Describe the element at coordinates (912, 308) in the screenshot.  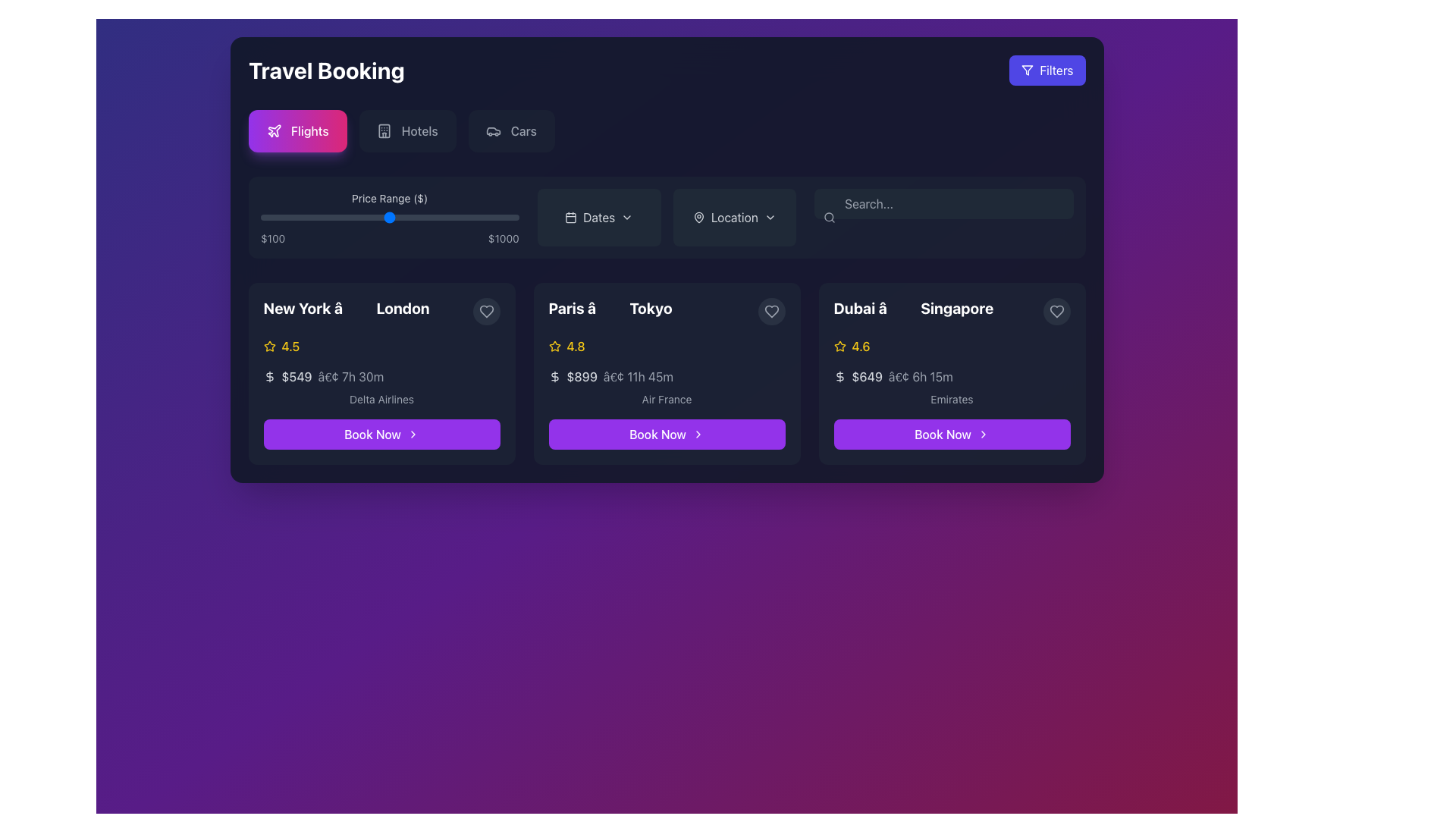
I see `the label displaying the text 'Dubai â†’ Singapore' in bold, extra-large font located in the top-left corner of the flight information card` at that location.